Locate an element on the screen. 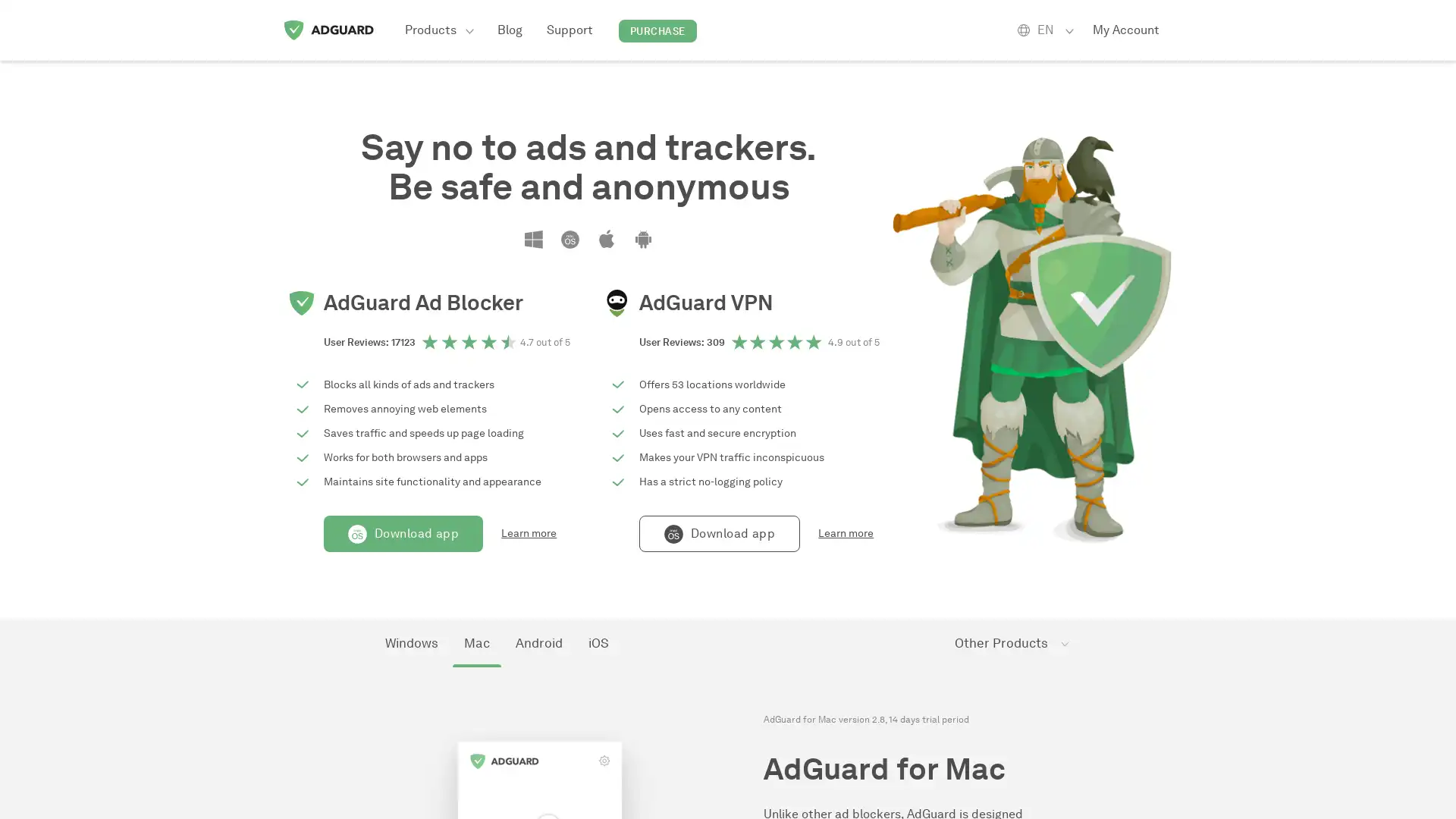 Image resolution: width=1456 pixels, height=819 pixels. Android is located at coordinates (538, 643).